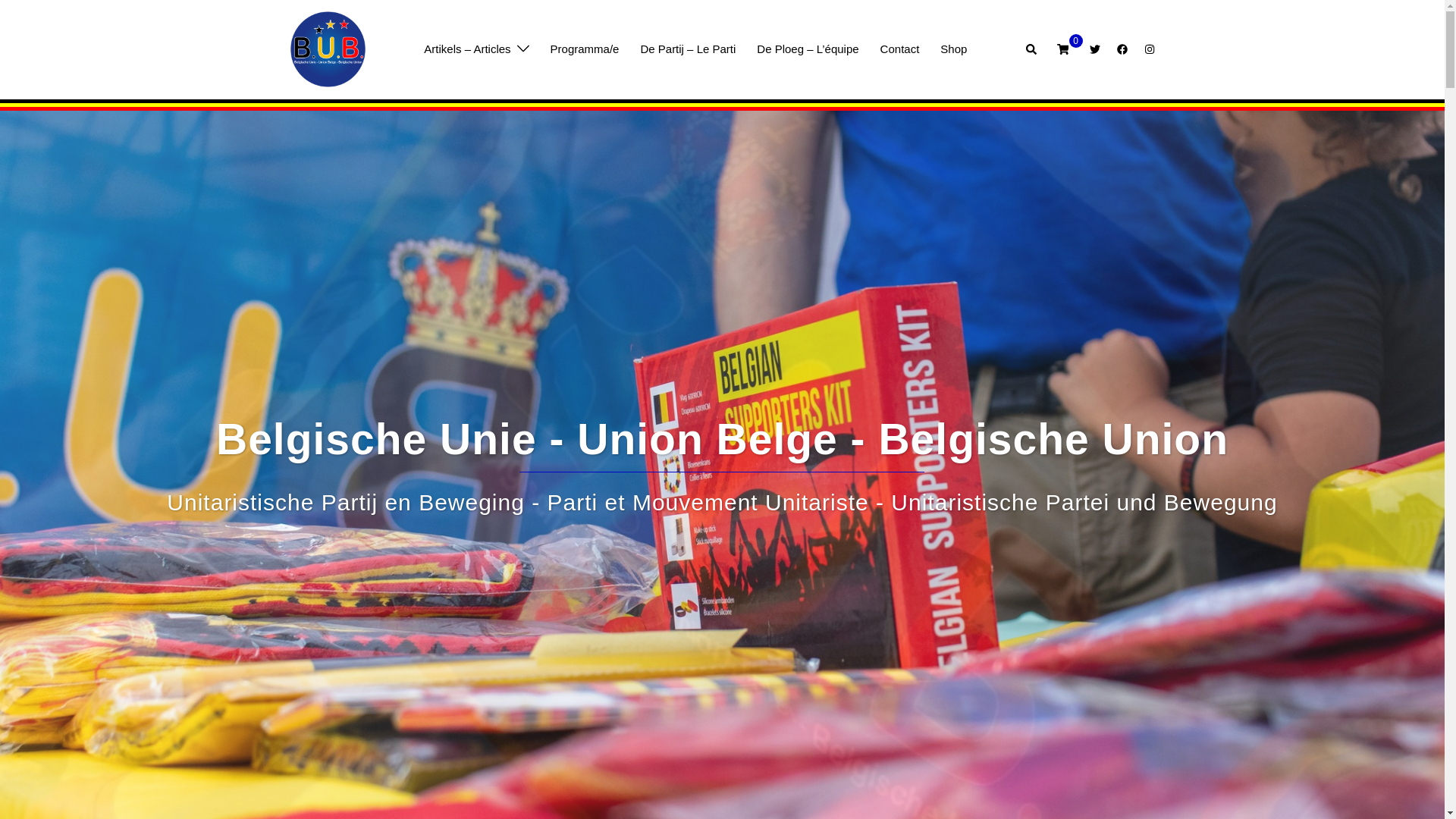 This screenshot has height=819, width=1456. Describe the element at coordinates (1087, 47) in the screenshot. I see `'https://twitter.com/bub_belg'` at that location.